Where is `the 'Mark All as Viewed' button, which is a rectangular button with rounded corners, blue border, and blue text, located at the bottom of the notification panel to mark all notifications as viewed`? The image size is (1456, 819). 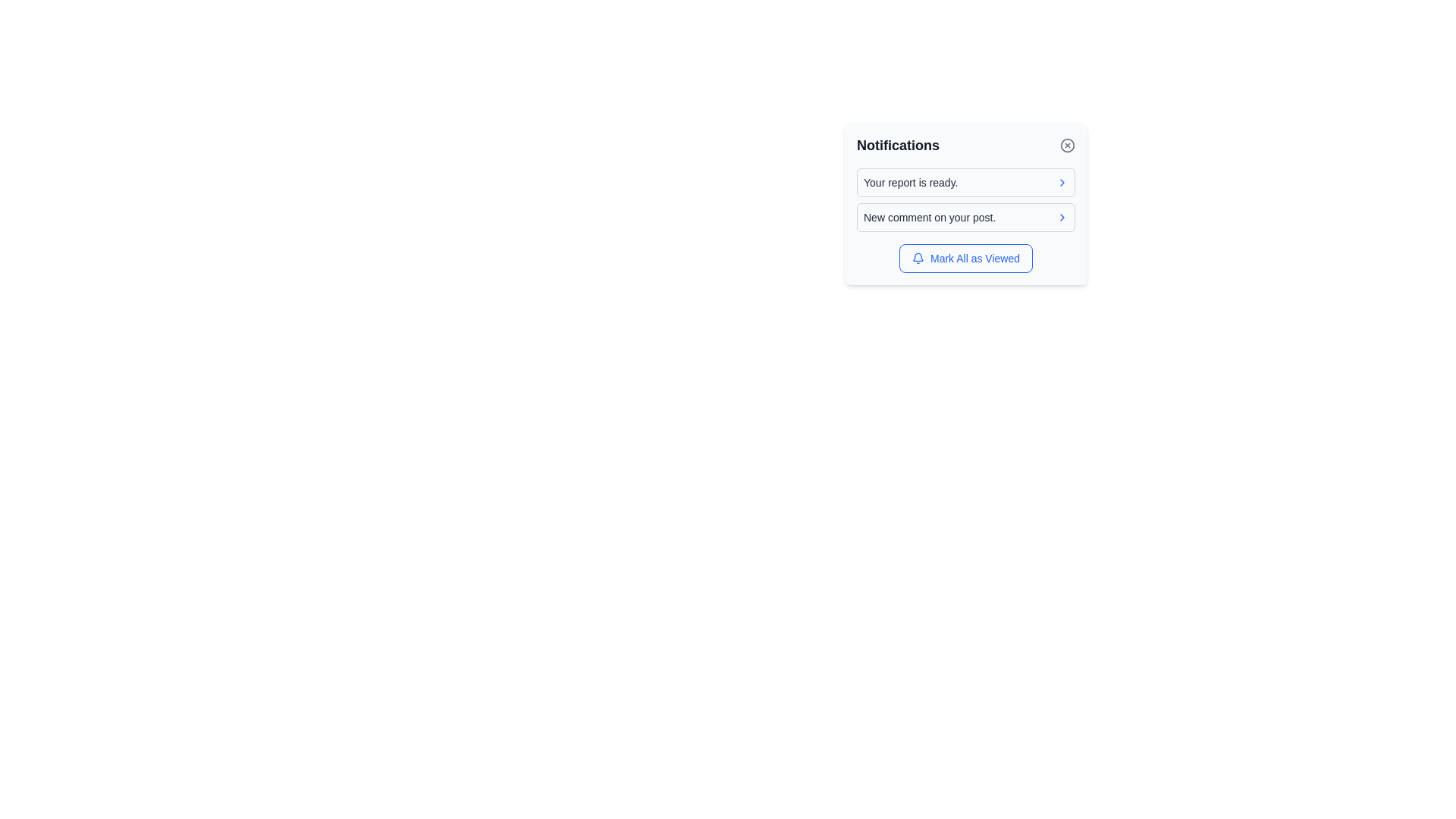
the 'Mark All as Viewed' button, which is a rectangular button with rounded corners, blue border, and blue text, located at the bottom of the notification panel to mark all notifications as viewed is located at coordinates (965, 257).